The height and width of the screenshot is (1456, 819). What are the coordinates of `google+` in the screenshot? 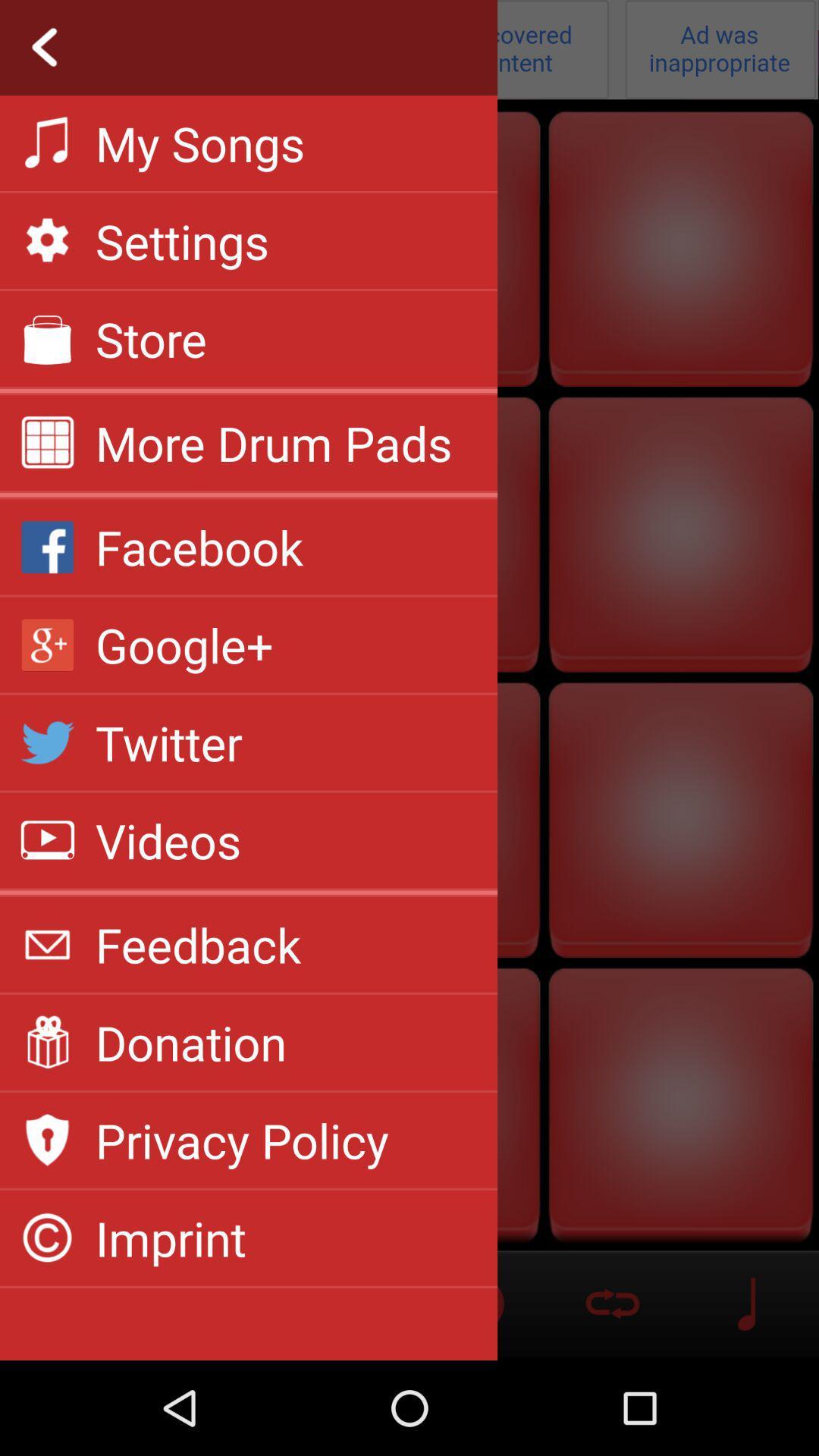 It's located at (184, 645).